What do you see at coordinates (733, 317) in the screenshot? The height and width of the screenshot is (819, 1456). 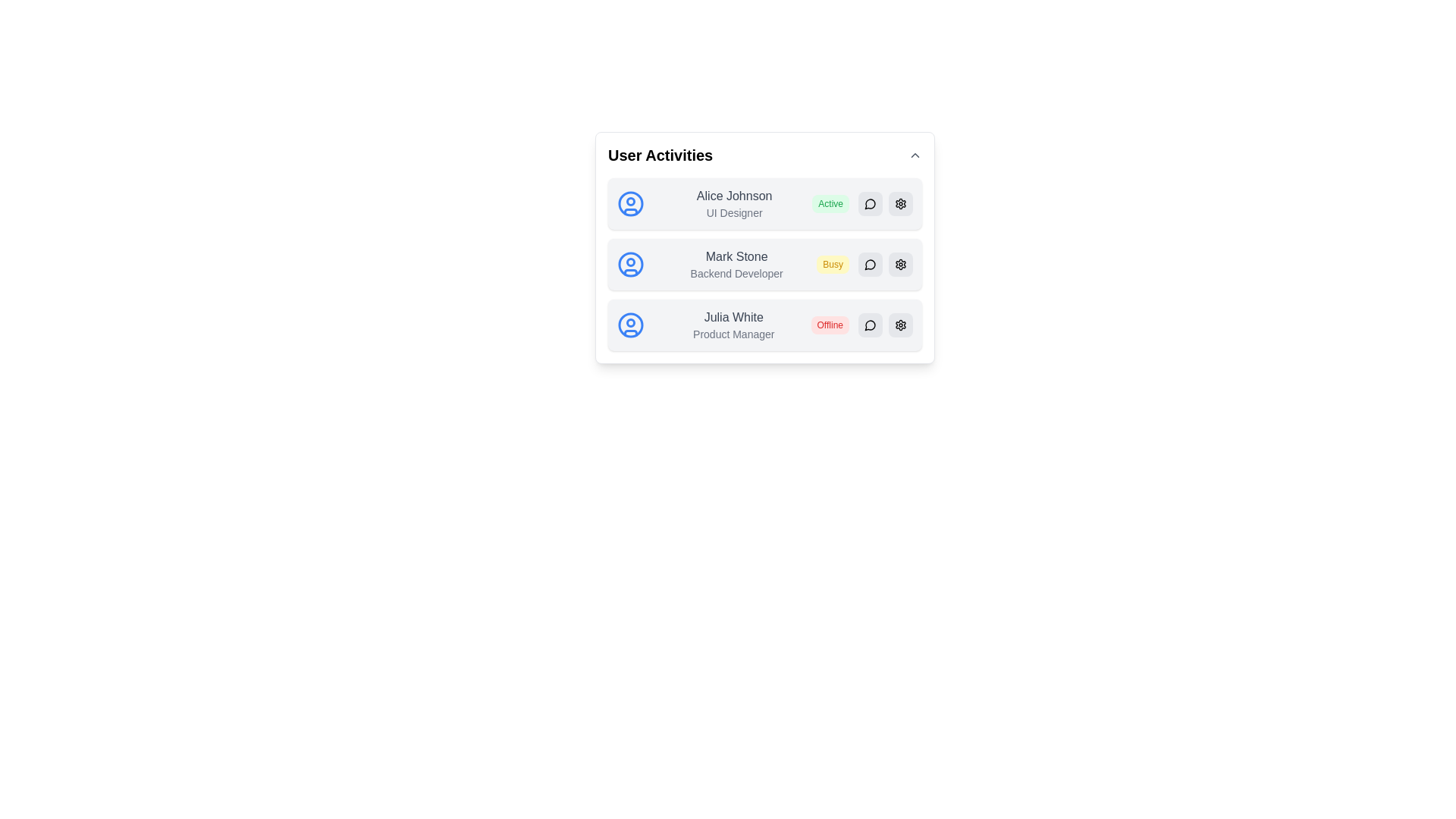 I see `the username Text Label in the user activity panel, which is the top item above the description 'Product Manager'` at bounding box center [733, 317].